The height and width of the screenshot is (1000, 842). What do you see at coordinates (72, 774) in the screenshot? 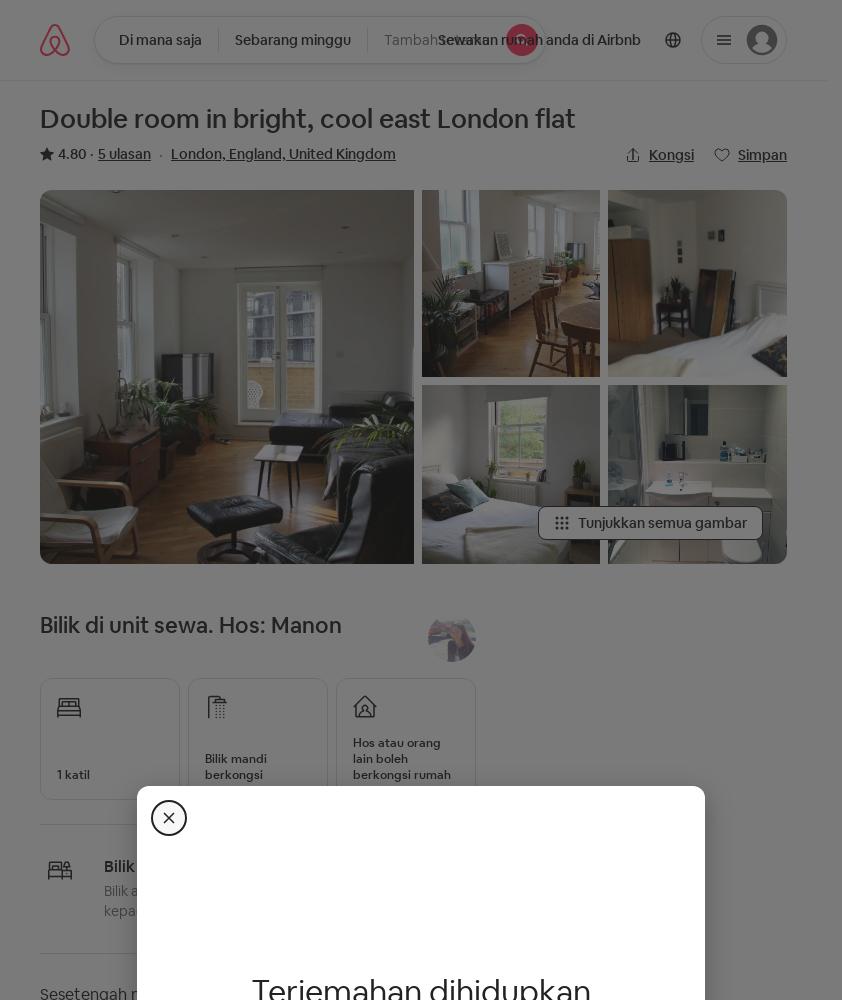
I see `'1 katil'` at bounding box center [72, 774].